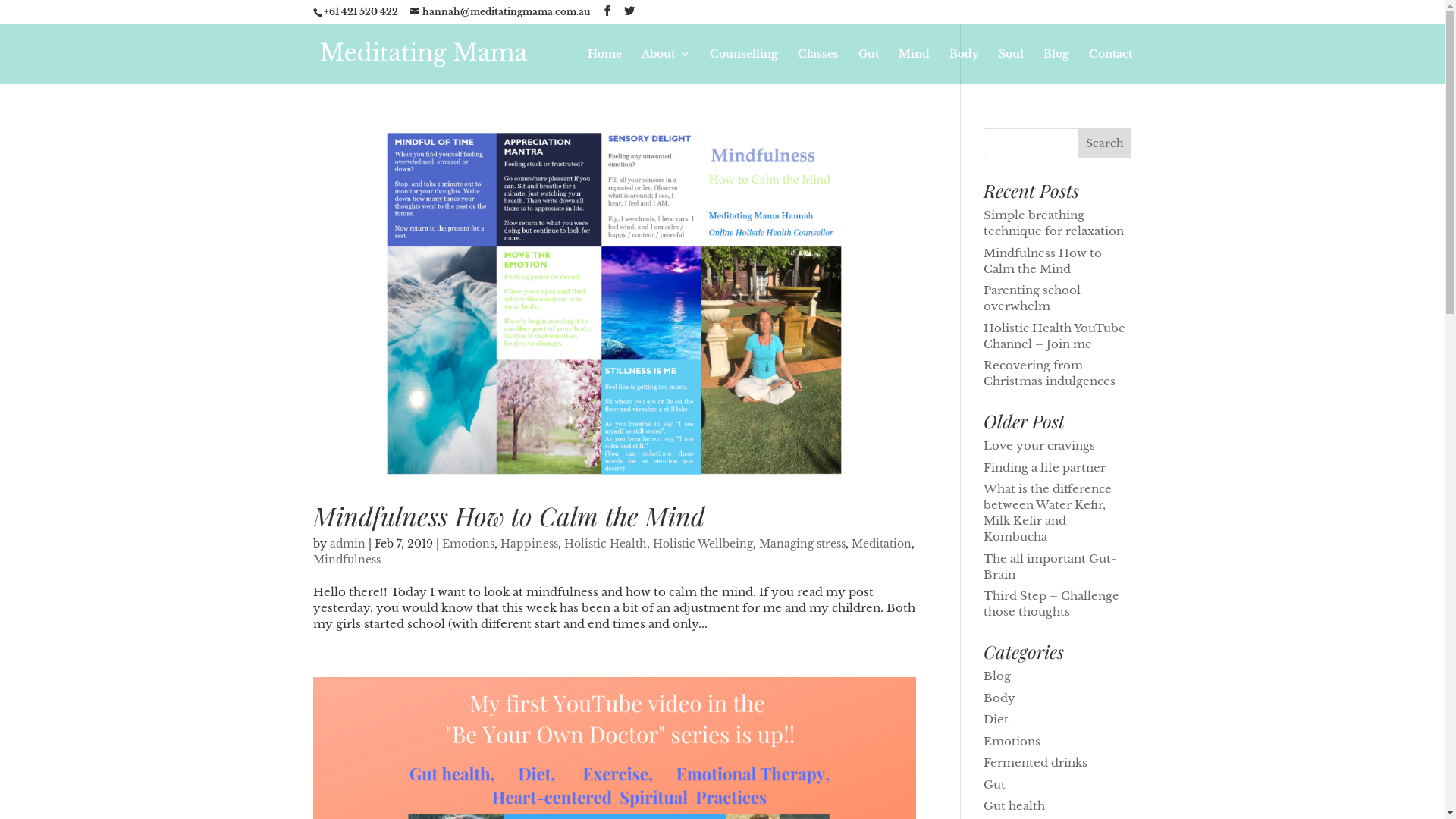 Image resolution: width=1456 pixels, height=819 pixels. I want to click on 'Parenting school overwhelm', so click(1031, 298).